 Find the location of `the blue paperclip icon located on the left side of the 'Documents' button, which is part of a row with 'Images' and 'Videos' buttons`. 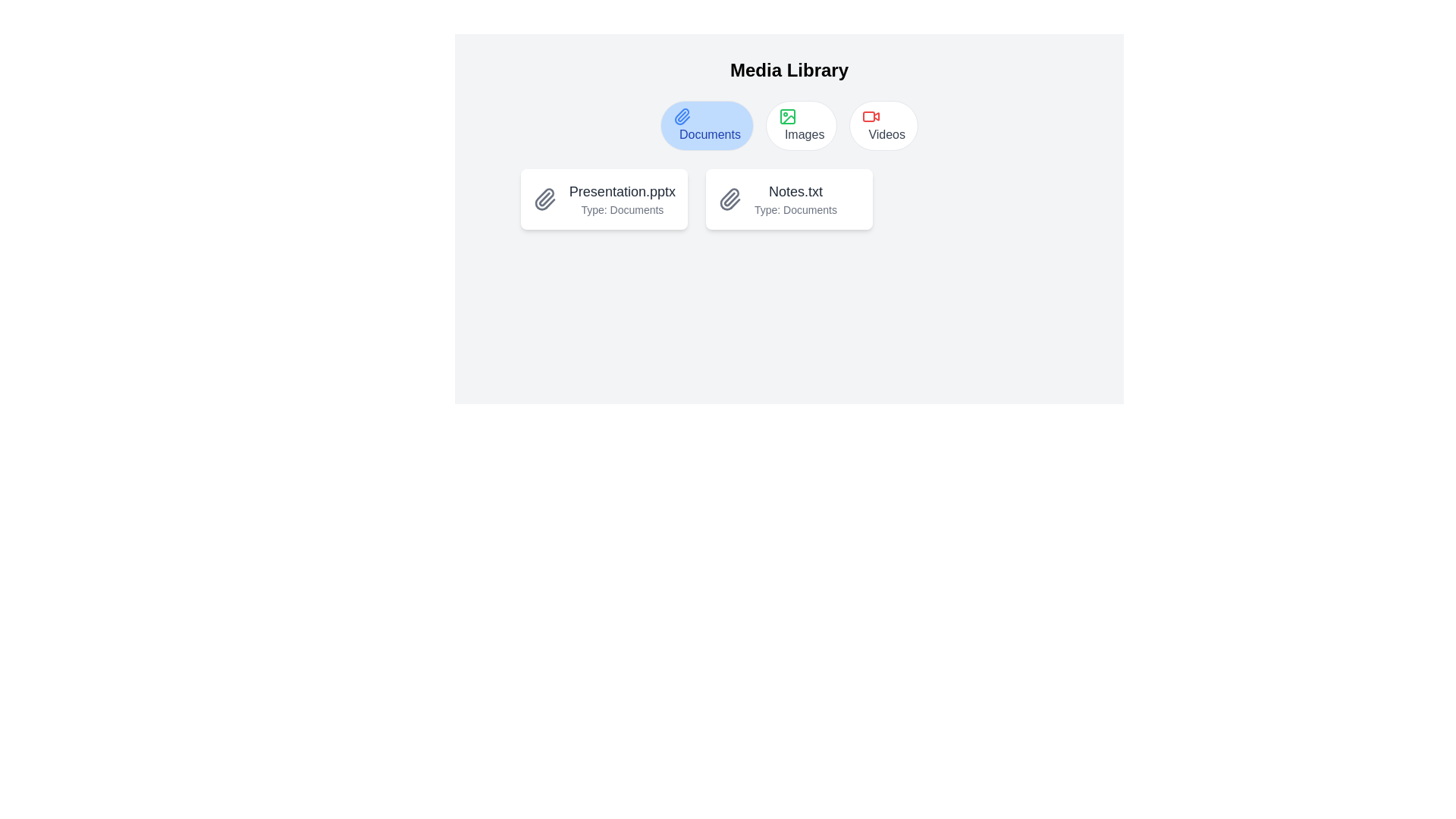

the blue paperclip icon located on the left side of the 'Documents' button, which is part of a row with 'Images' and 'Videos' buttons is located at coordinates (681, 116).